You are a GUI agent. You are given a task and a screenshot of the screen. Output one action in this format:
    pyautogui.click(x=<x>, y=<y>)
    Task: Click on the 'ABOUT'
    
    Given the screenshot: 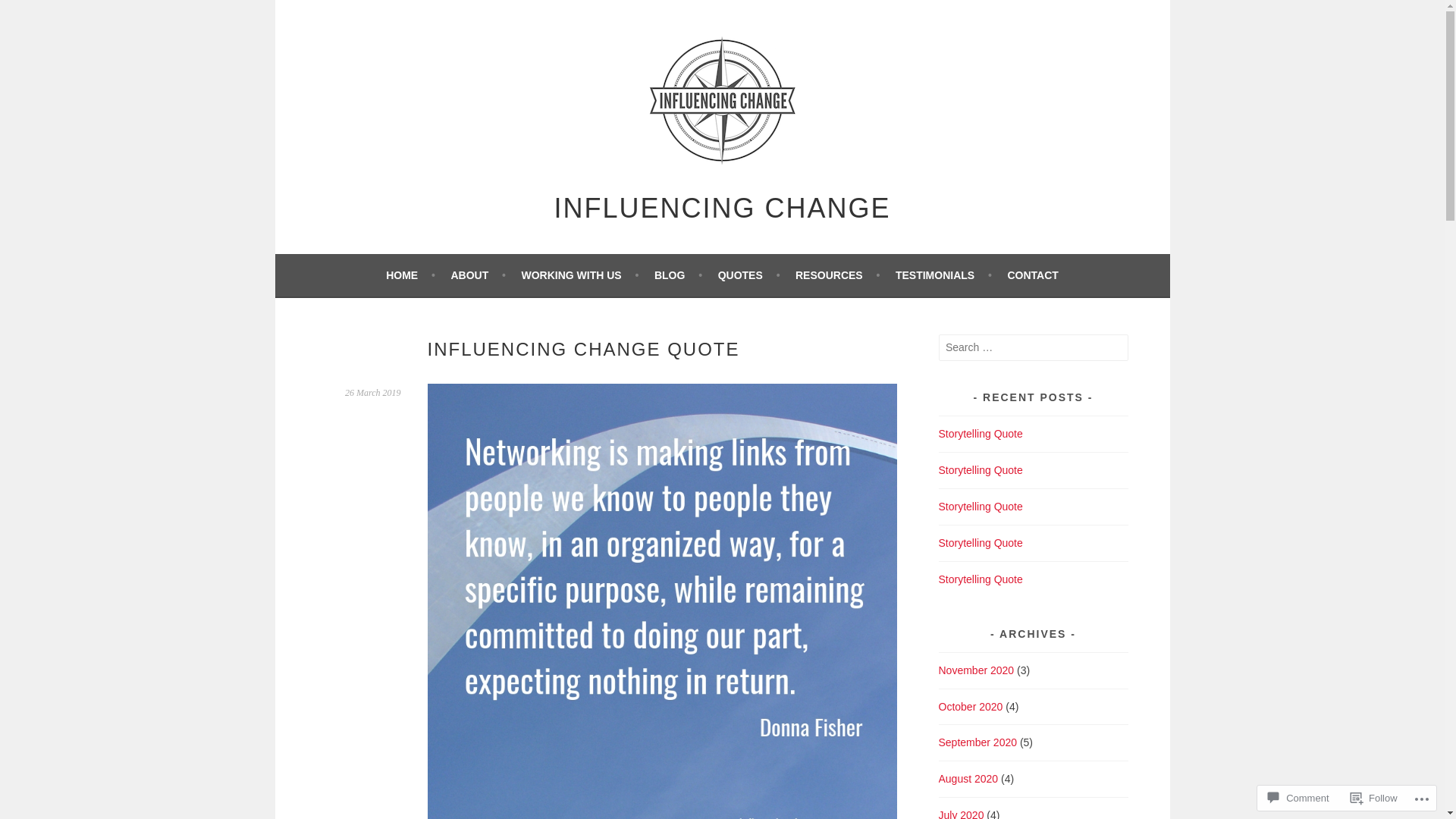 What is the action you would take?
    pyautogui.click(x=477, y=275)
    